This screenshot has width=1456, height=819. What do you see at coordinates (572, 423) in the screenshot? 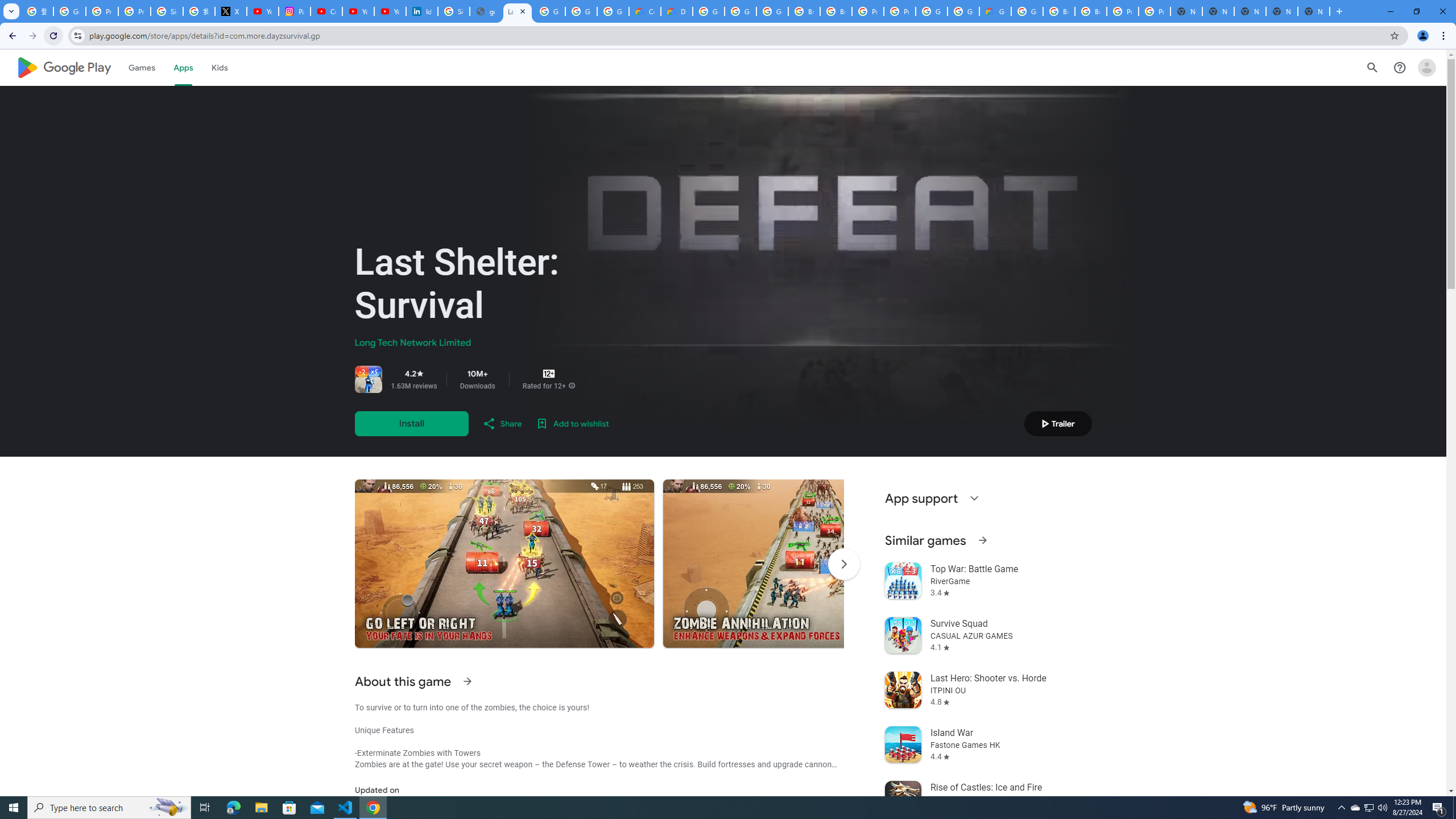
I see `'Add to wishlist'` at bounding box center [572, 423].